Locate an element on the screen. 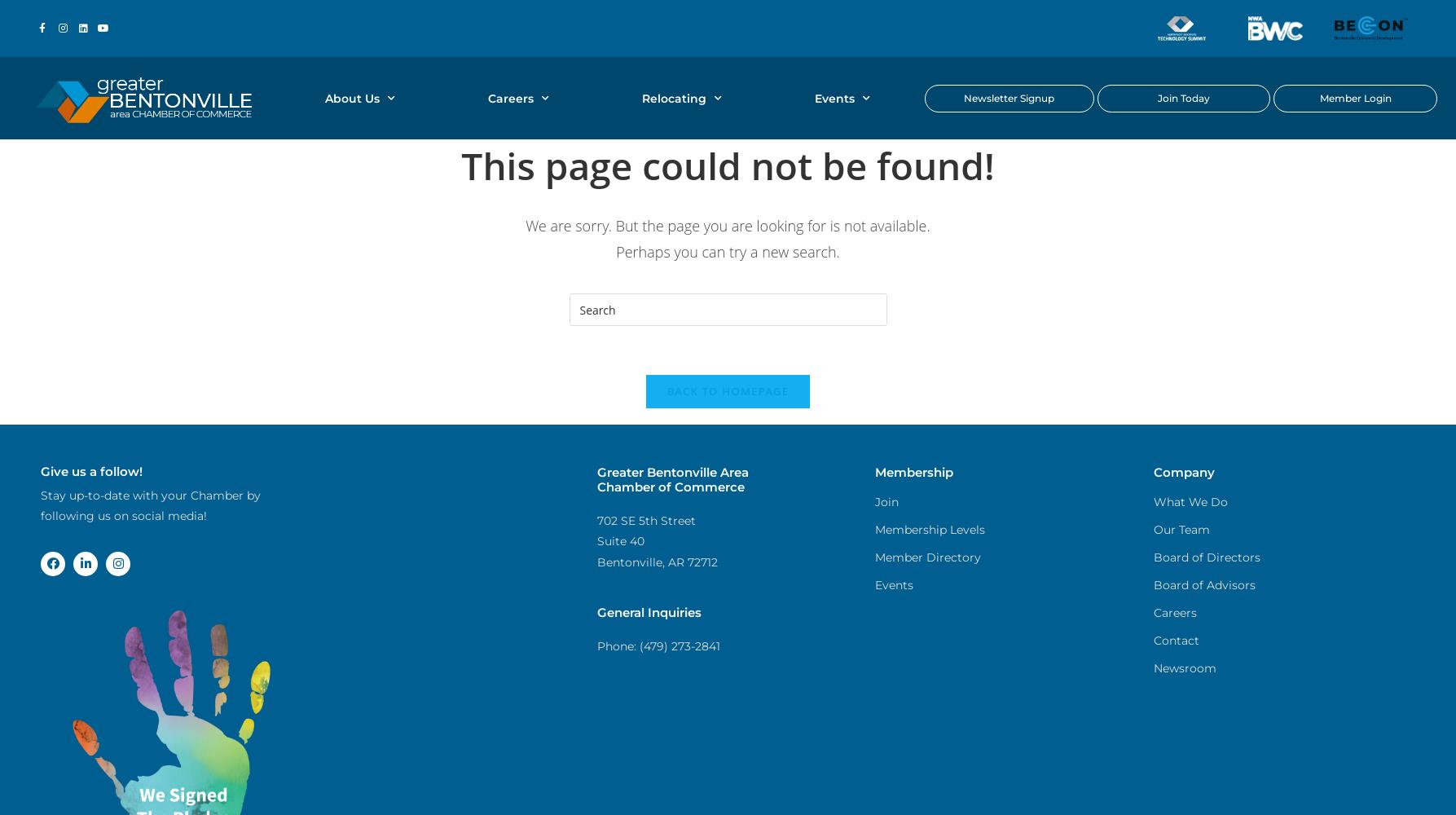 Image resolution: width=1456 pixels, height=815 pixels. 'Board of Advisors' is located at coordinates (1203, 584).